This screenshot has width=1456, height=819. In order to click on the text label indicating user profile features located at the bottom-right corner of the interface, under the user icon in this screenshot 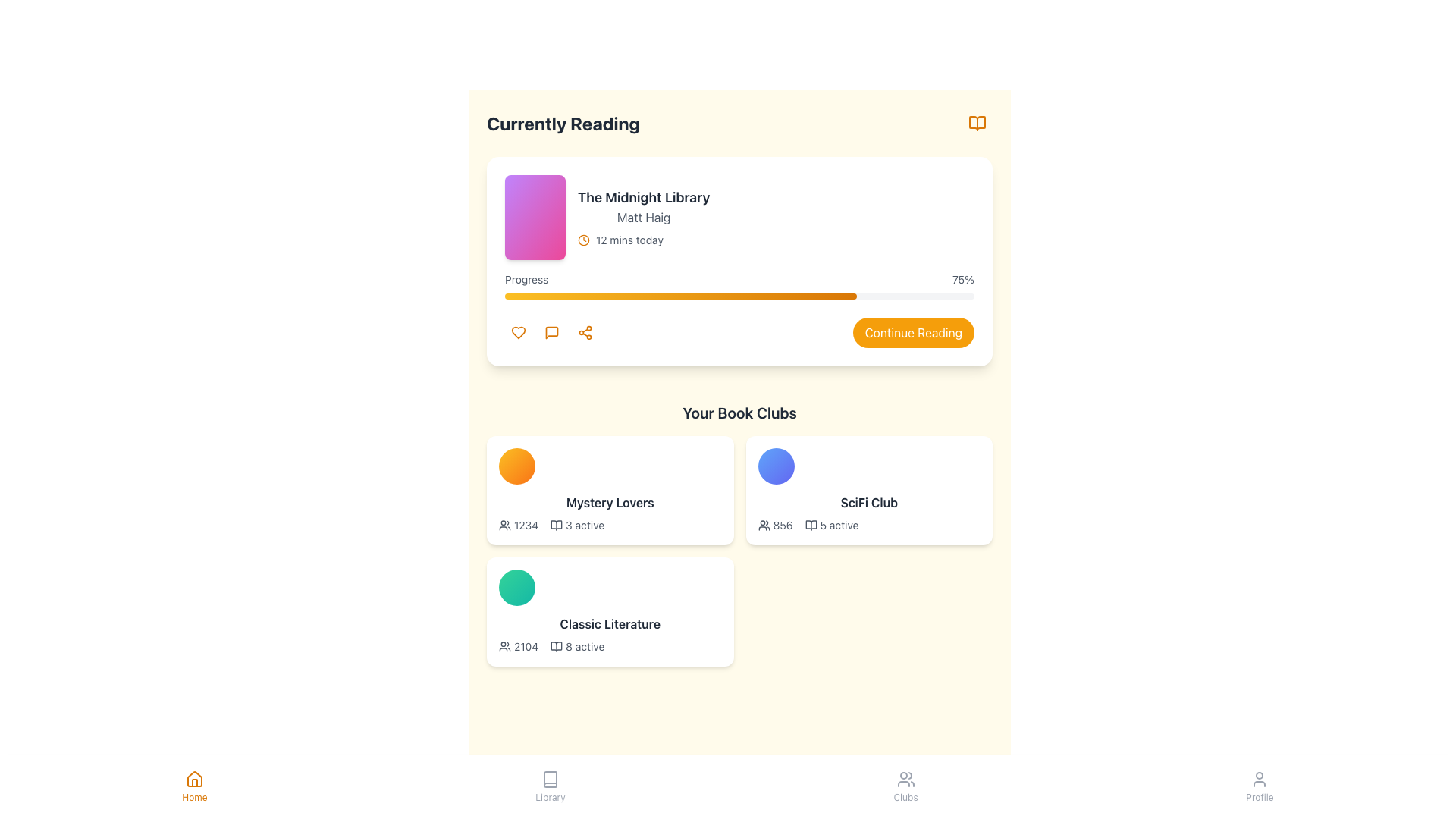, I will do `click(1260, 797)`.